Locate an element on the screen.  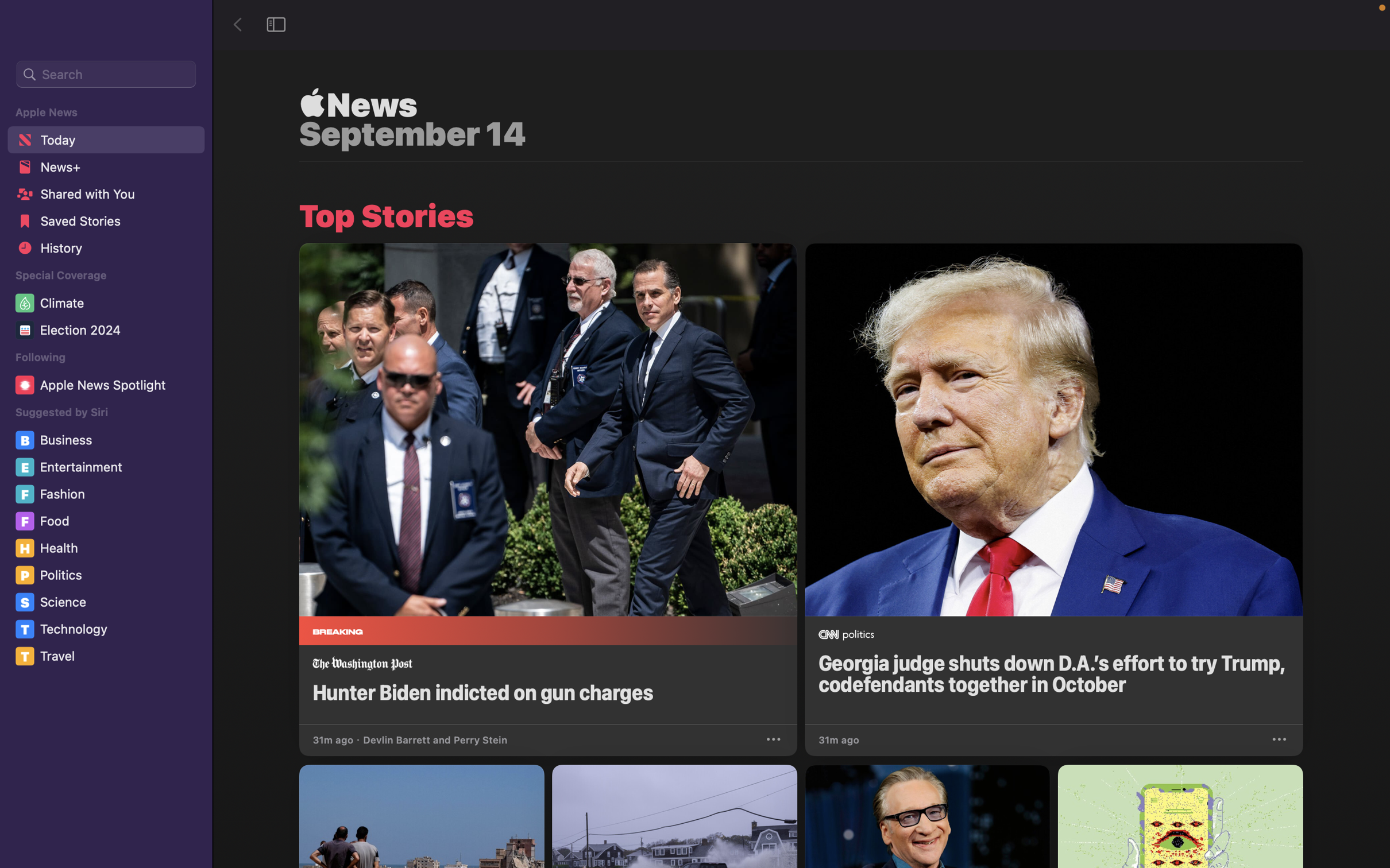
the "Travel" section is located at coordinates (109, 656).